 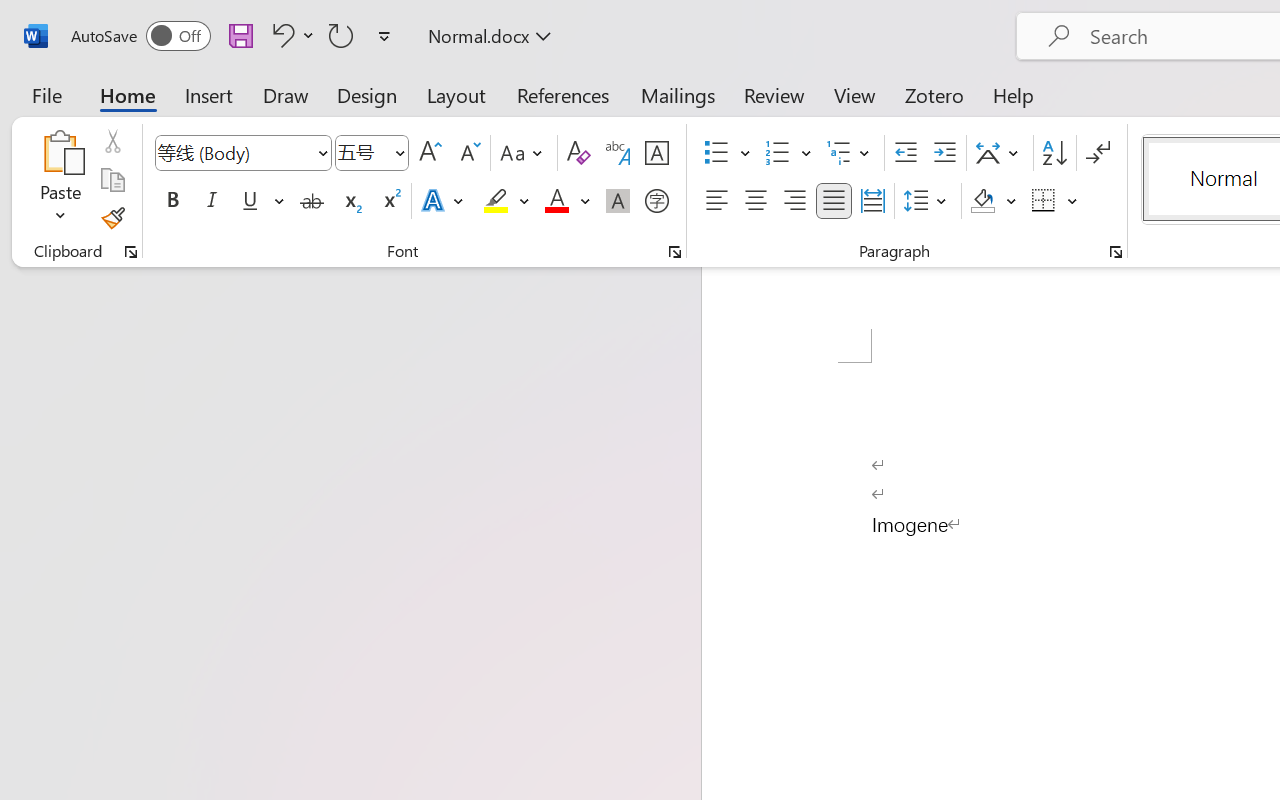 What do you see at coordinates (656, 153) in the screenshot?
I see `'Character Border'` at bounding box center [656, 153].